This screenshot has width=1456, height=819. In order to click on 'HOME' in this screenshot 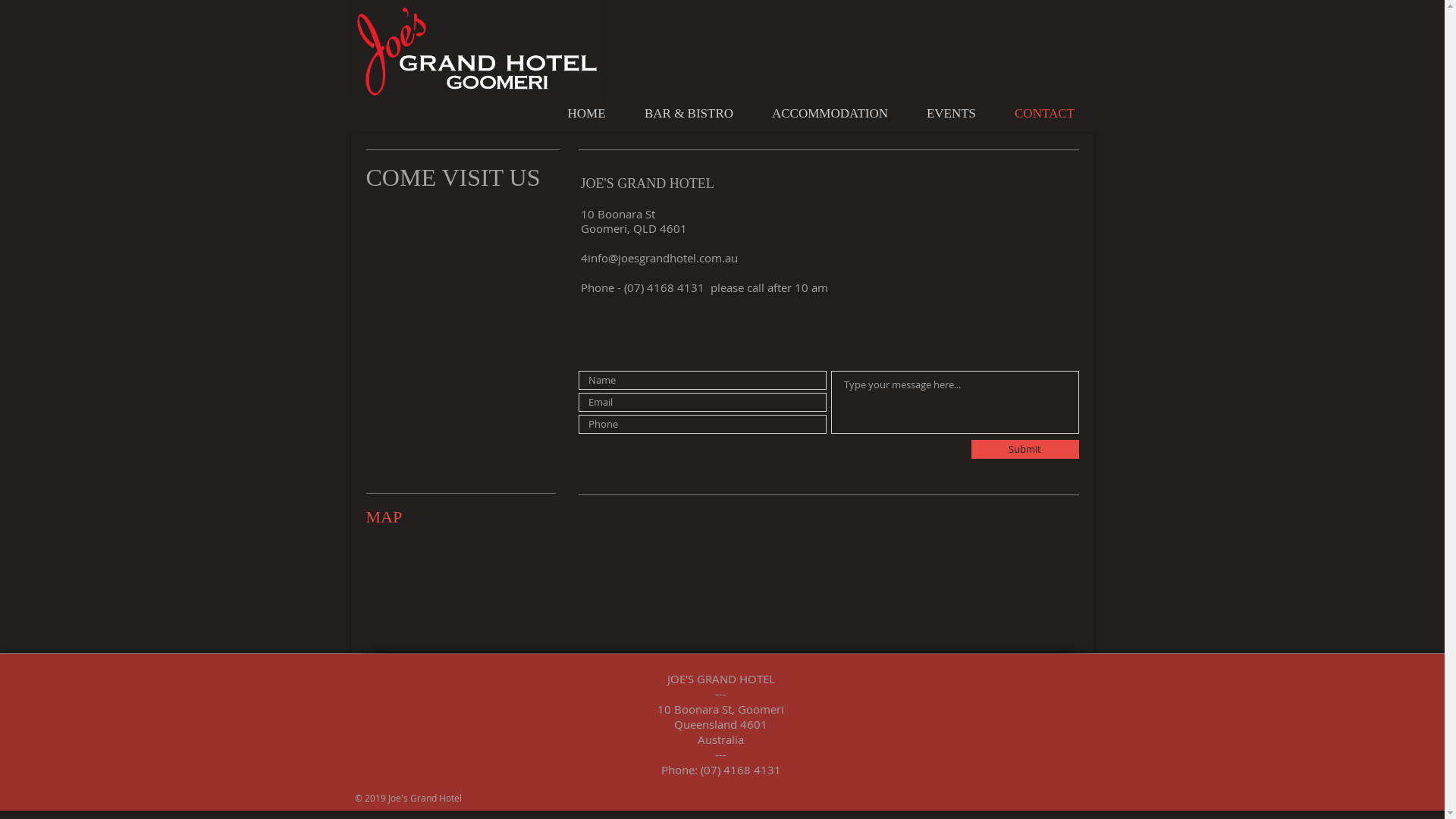, I will do `click(585, 113)`.